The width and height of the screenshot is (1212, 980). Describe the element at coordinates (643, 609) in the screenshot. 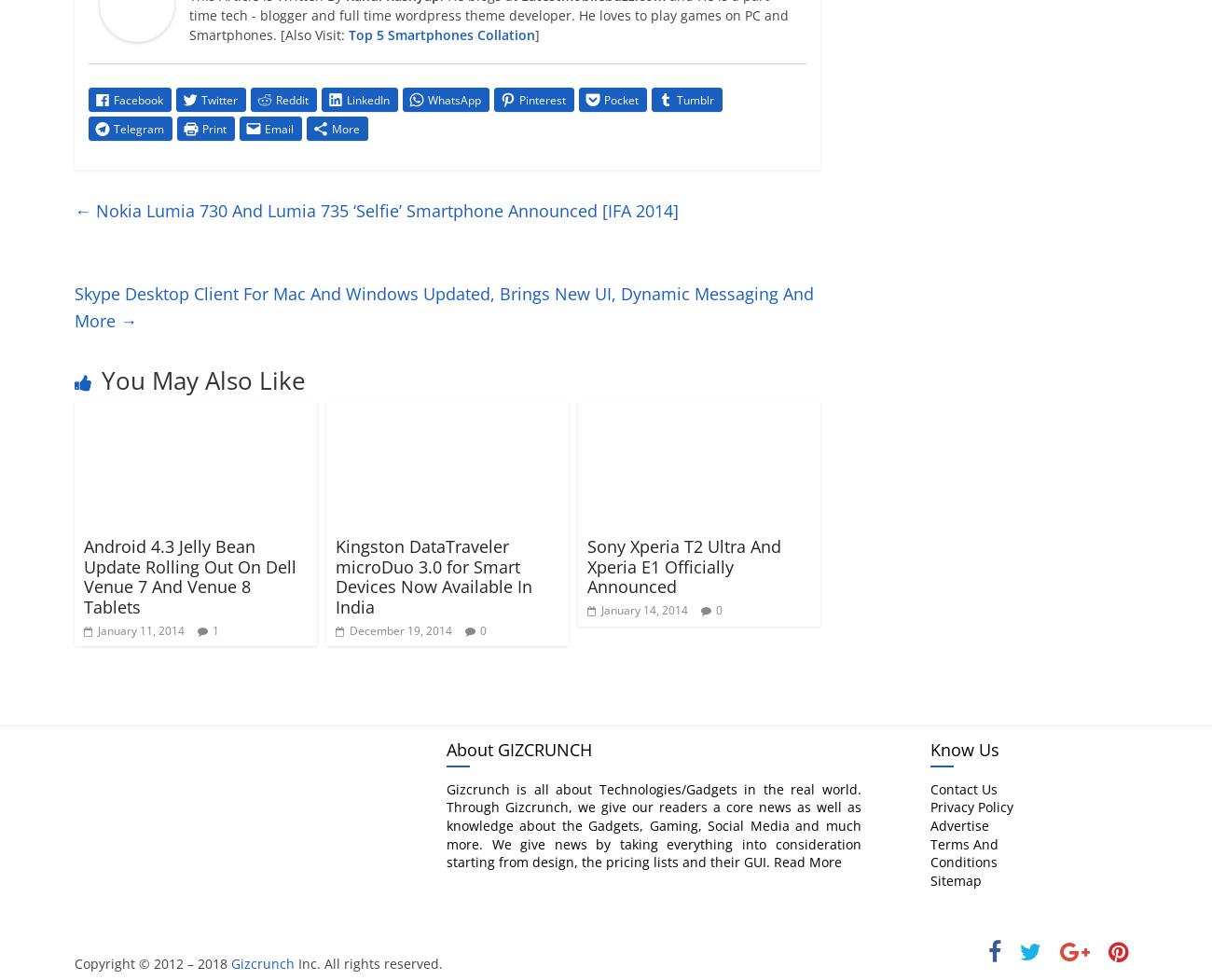

I see `'January 14, 2014'` at that location.